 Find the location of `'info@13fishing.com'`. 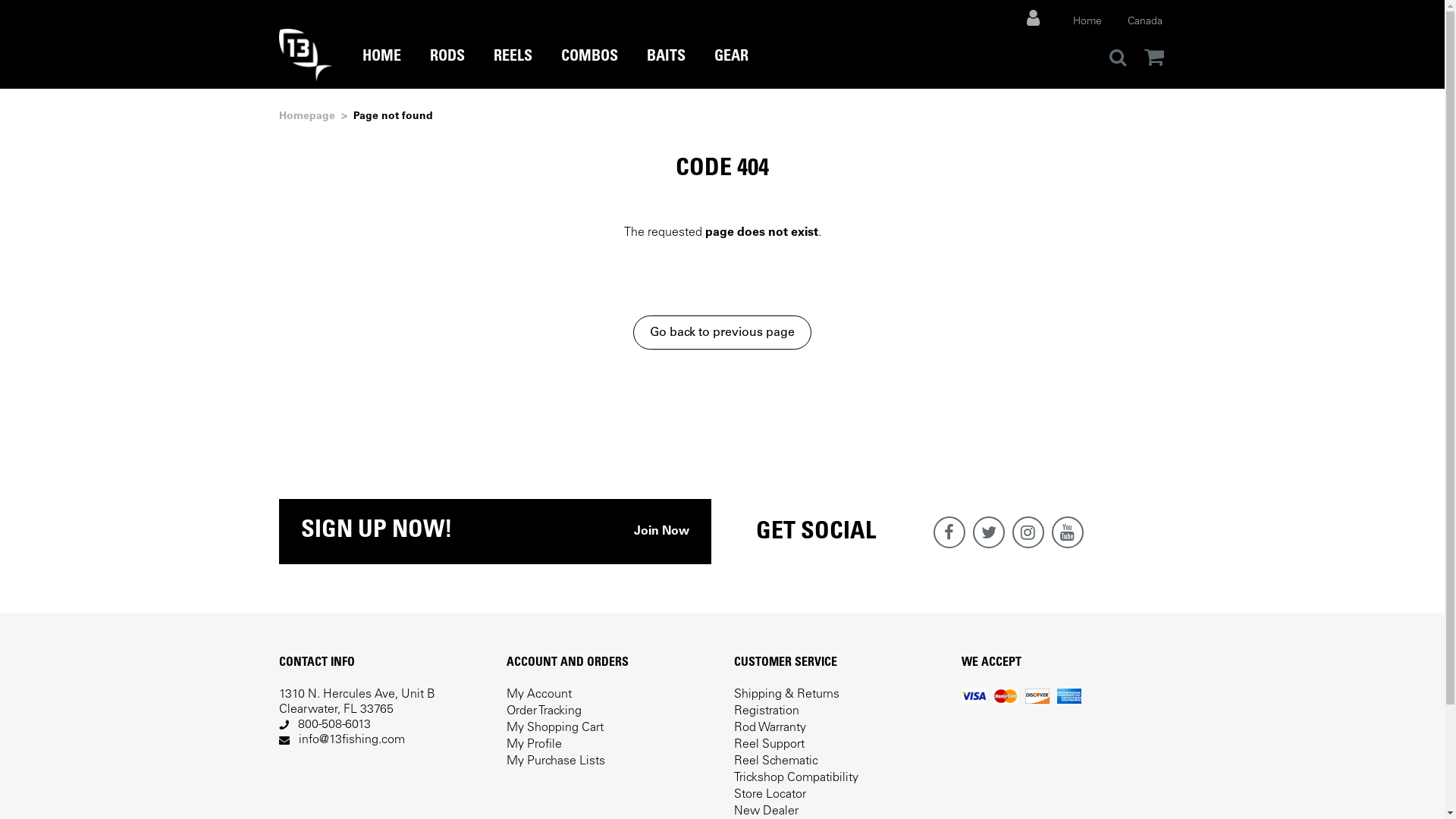

'info@13fishing.com' is located at coordinates (351, 739).